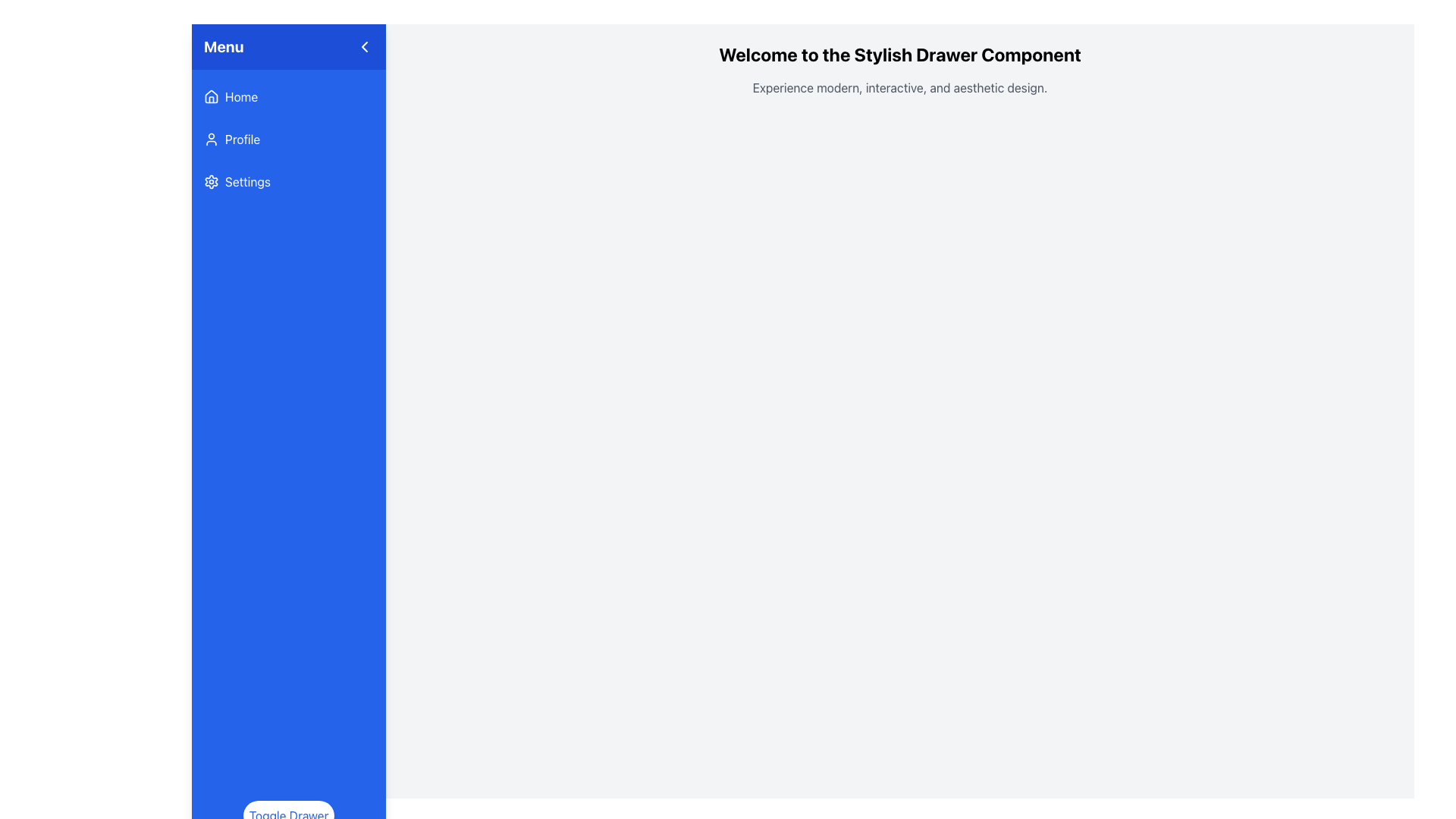 This screenshot has width=1456, height=819. I want to click on the second menu item in the vertical list of menu options in the sidebar, so click(288, 140).